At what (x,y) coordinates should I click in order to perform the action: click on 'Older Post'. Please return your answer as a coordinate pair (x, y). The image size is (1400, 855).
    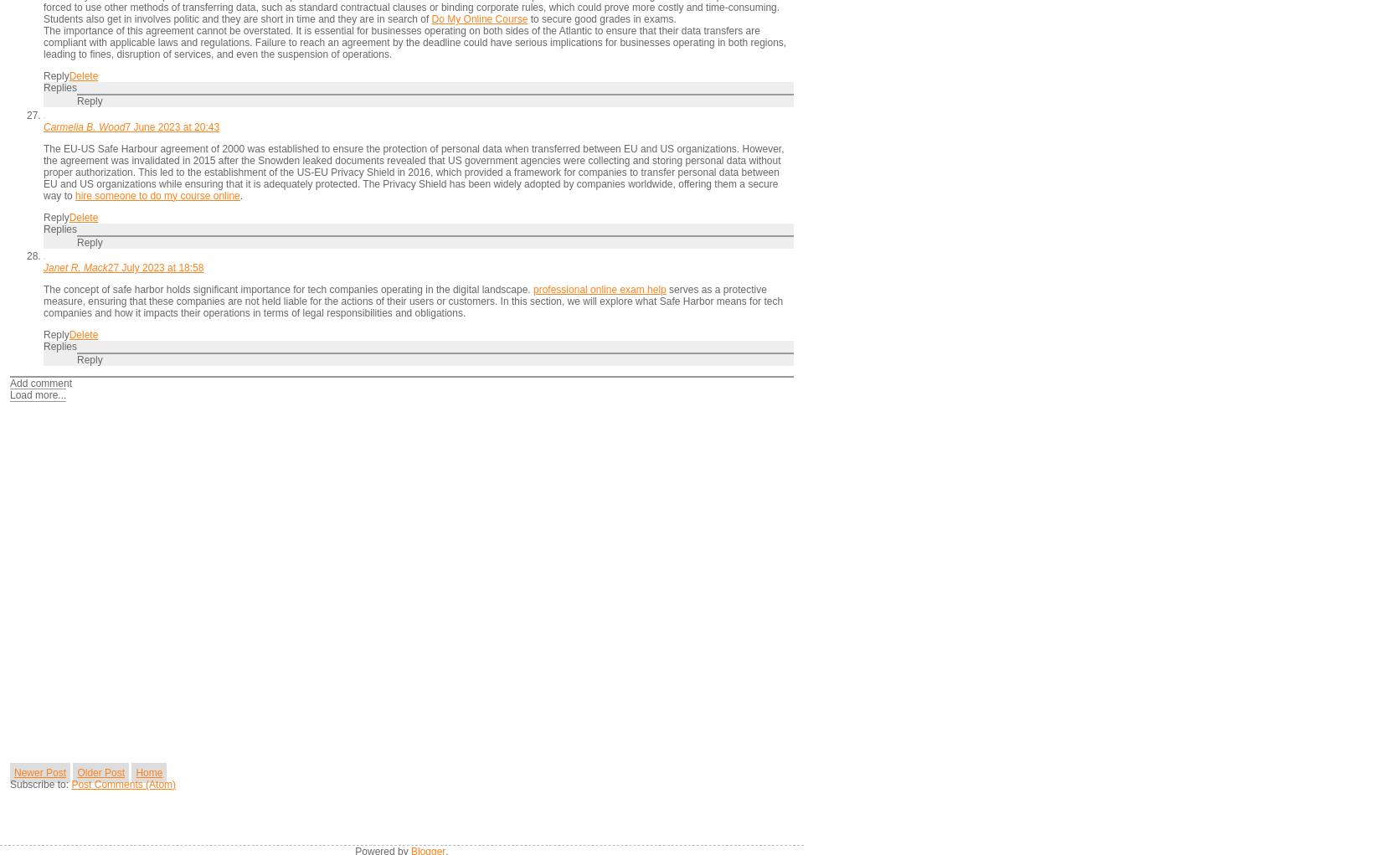
    Looking at the image, I should click on (100, 772).